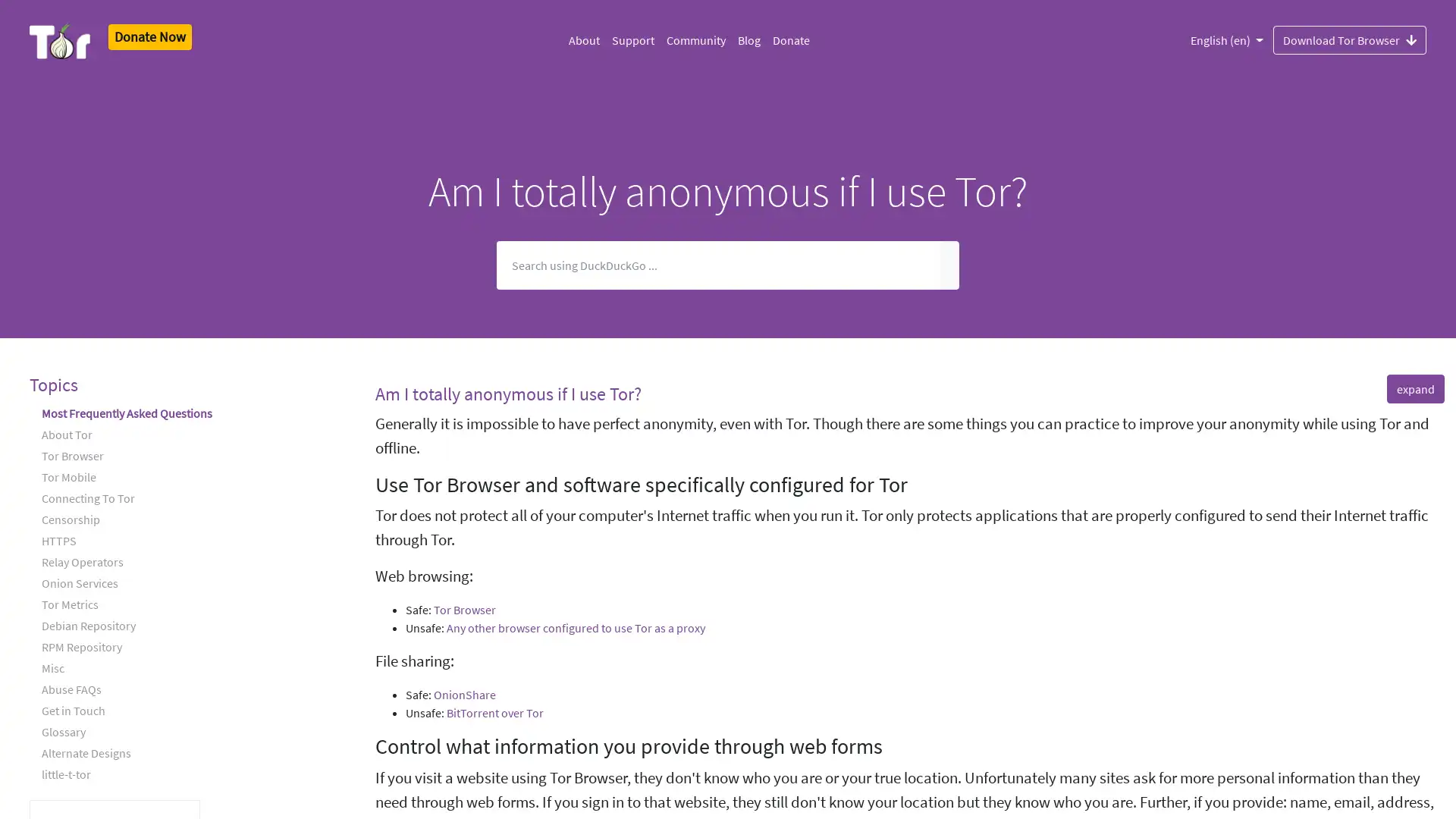  Describe the element at coordinates (187, 752) in the screenshot. I see `Alternate Designs` at that location.